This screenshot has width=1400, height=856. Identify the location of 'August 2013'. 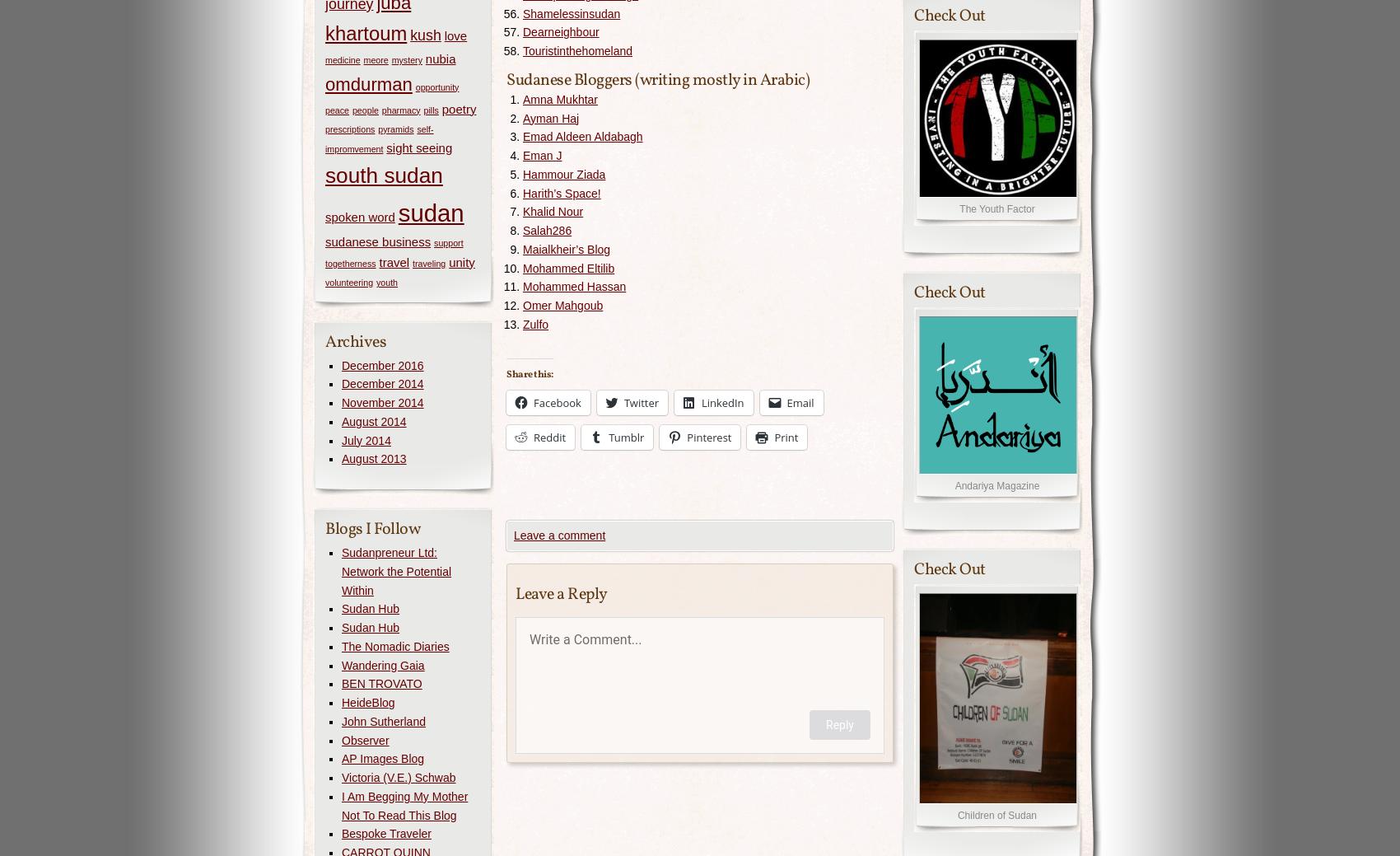
(374, 459).